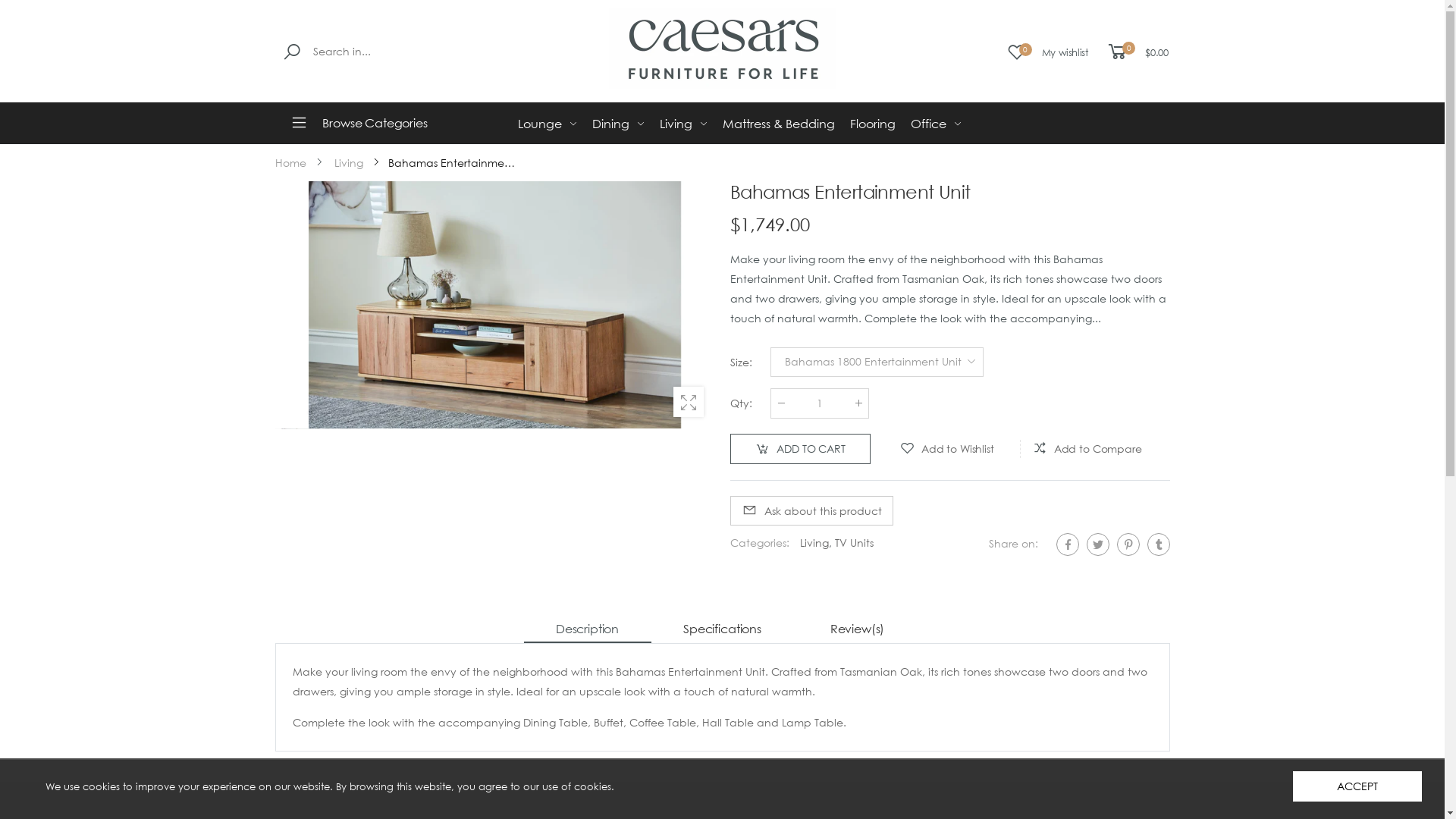 The width and height of the screenshot is (1456, 819). Describe the element at coordinates (818, 403) in the screenshot. I see `'Qty'` at that location.